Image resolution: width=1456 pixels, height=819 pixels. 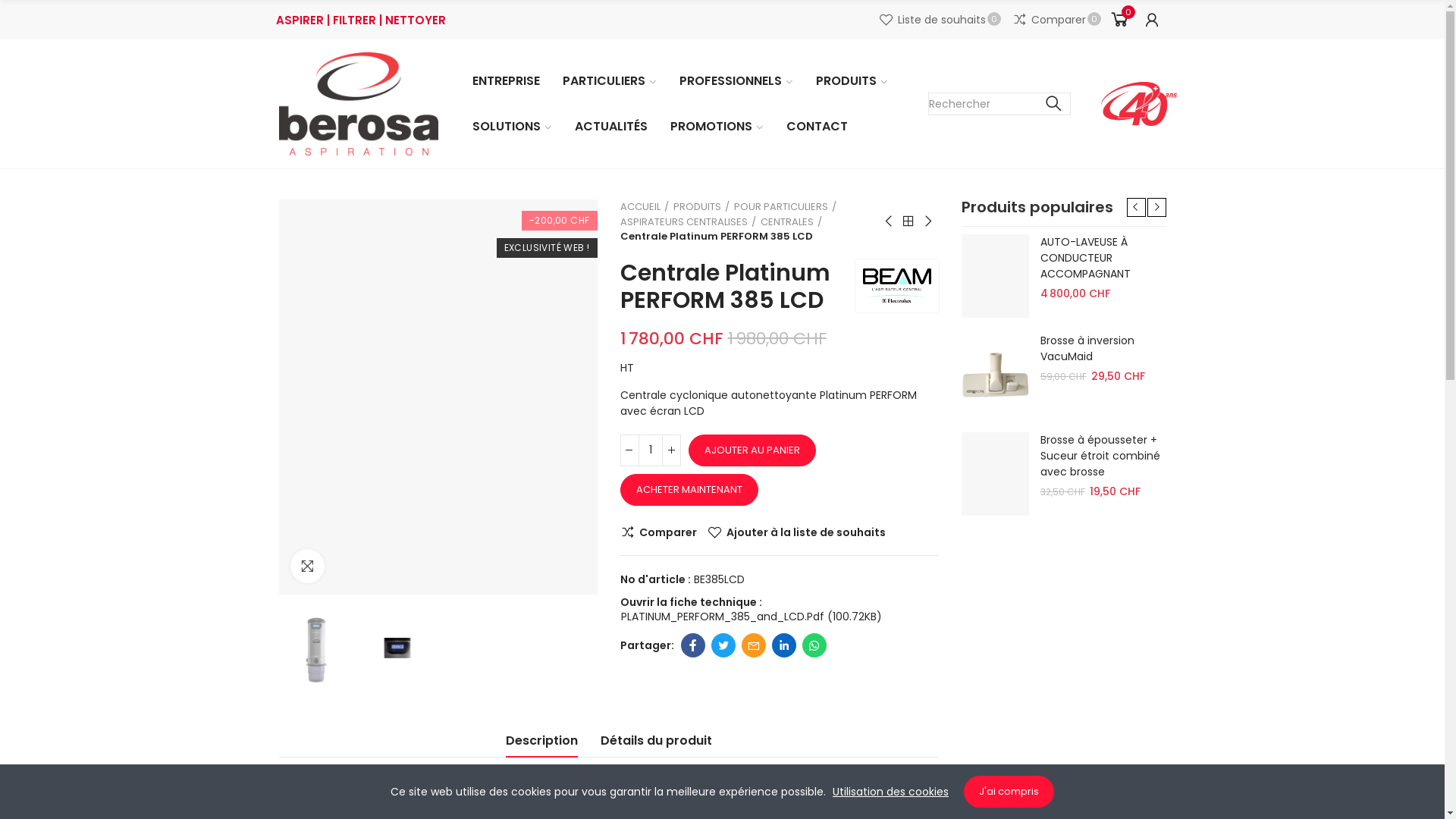 What do you see at coordinates (468, 81) in the screenshot?
I see `'ENTREPRISE'` at bounding box center [468, 81].